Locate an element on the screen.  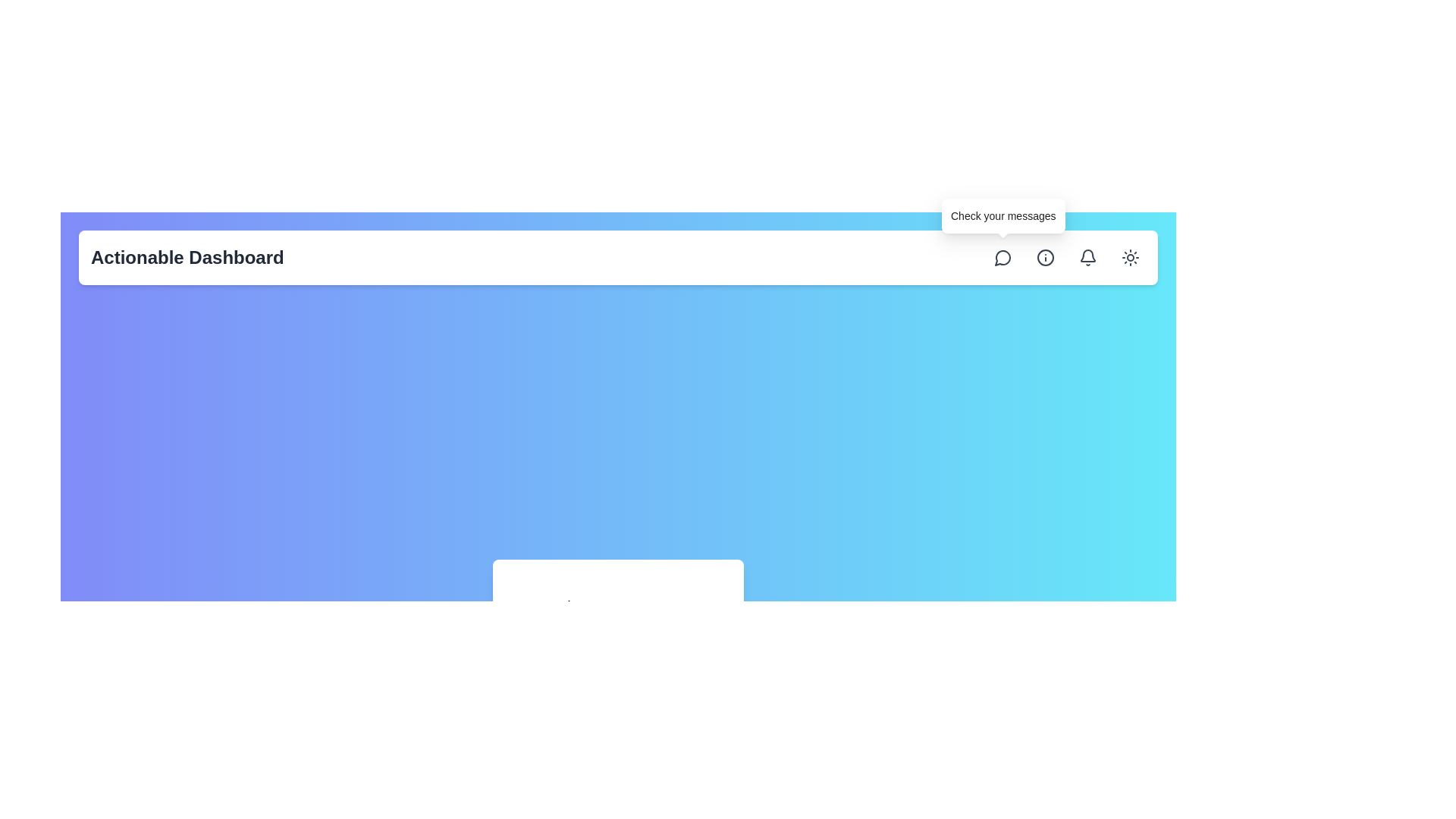
the light mode toggle icon located on the right side of the header, adjacent to the bell icon is located at coordinates (1131, 256).